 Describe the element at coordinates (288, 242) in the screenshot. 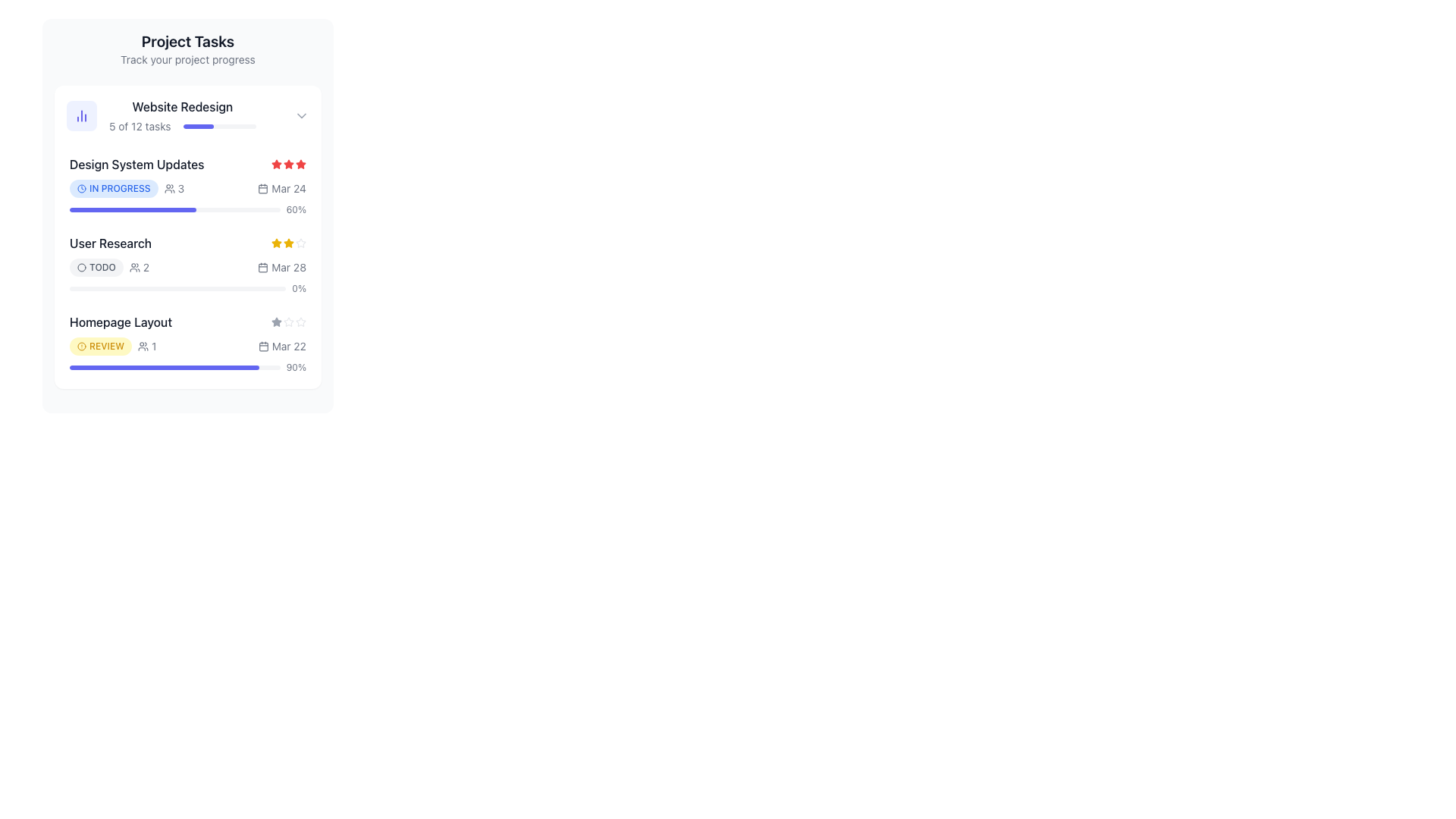

I see `the second star in the rating system located to the right of the first yellow star and to the left of the third gray star, aligned with the text 'User Research'` at that location.